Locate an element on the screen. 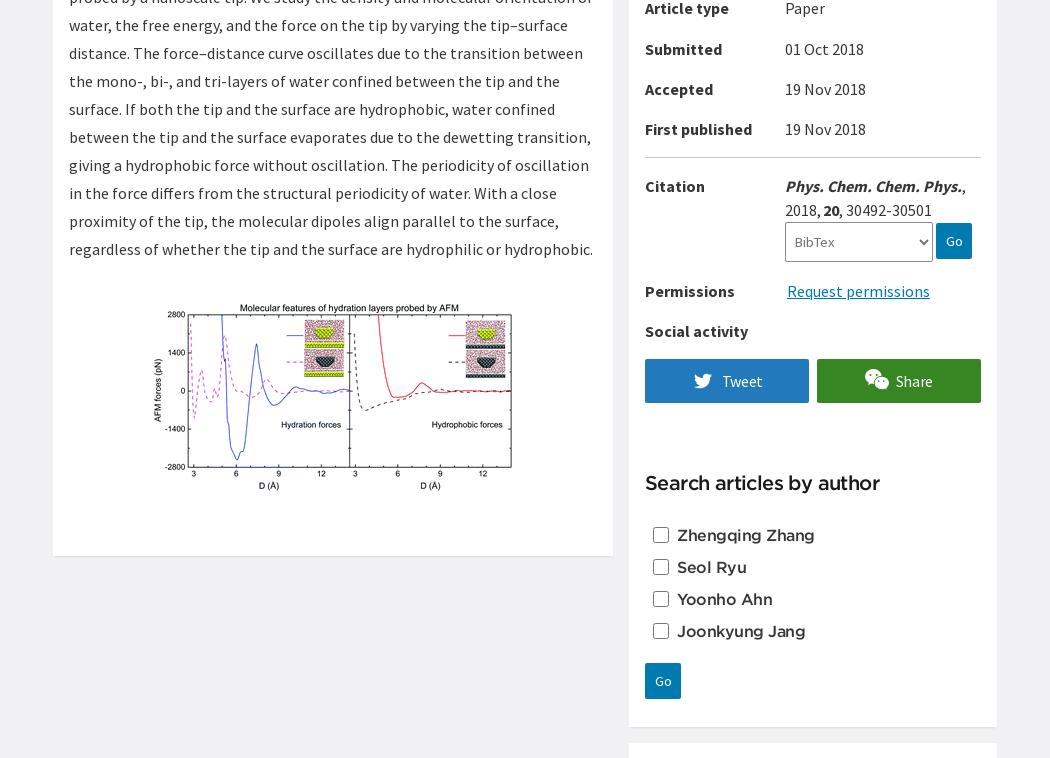 This screenshot has width=1050, height=758. 'Yoonho Ahn' is located at coordinates (723, 598).